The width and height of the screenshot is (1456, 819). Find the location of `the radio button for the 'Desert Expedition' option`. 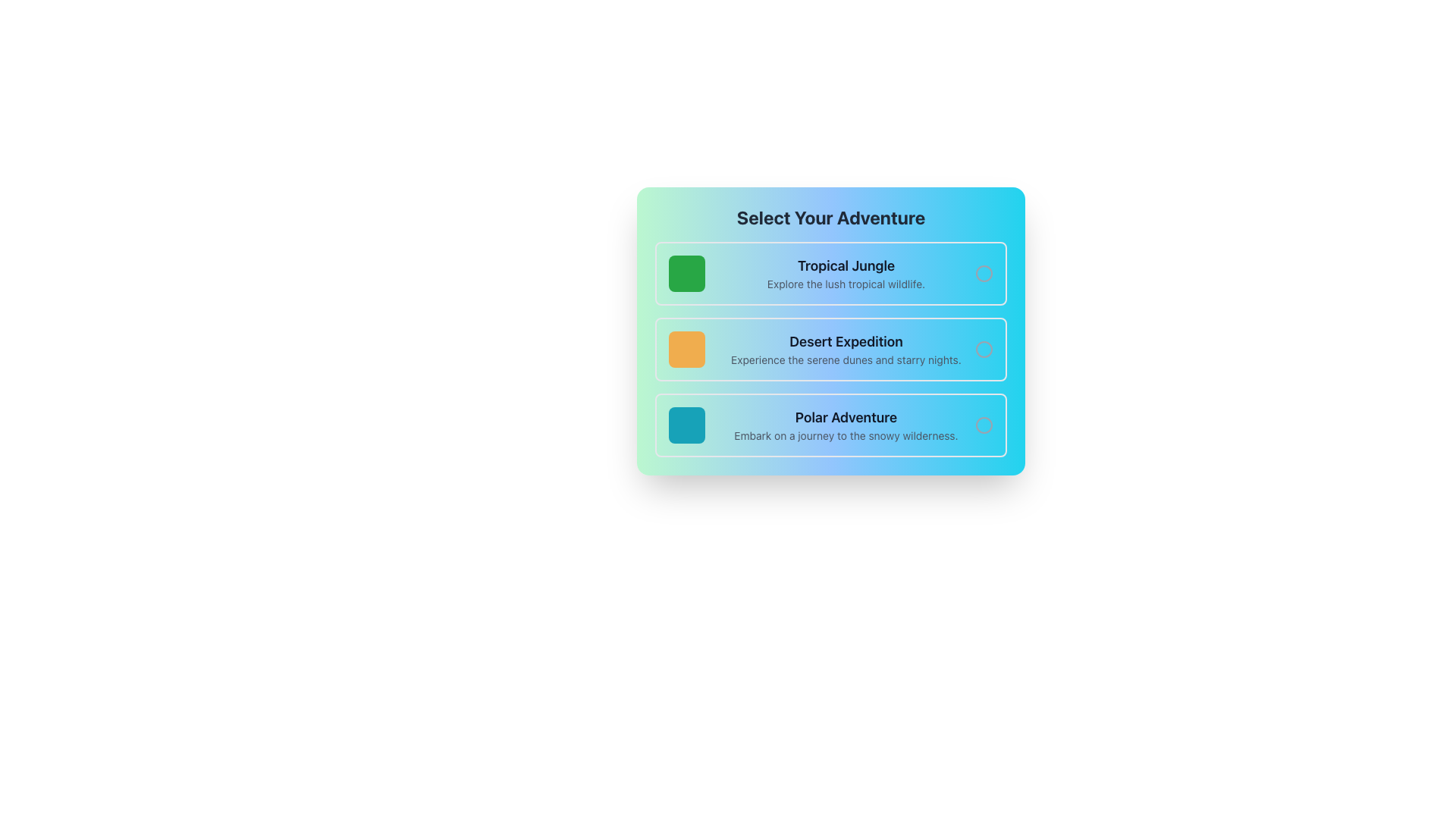

the radio button for the 'Desert Expedition' option is located at coordinates (984, 350).